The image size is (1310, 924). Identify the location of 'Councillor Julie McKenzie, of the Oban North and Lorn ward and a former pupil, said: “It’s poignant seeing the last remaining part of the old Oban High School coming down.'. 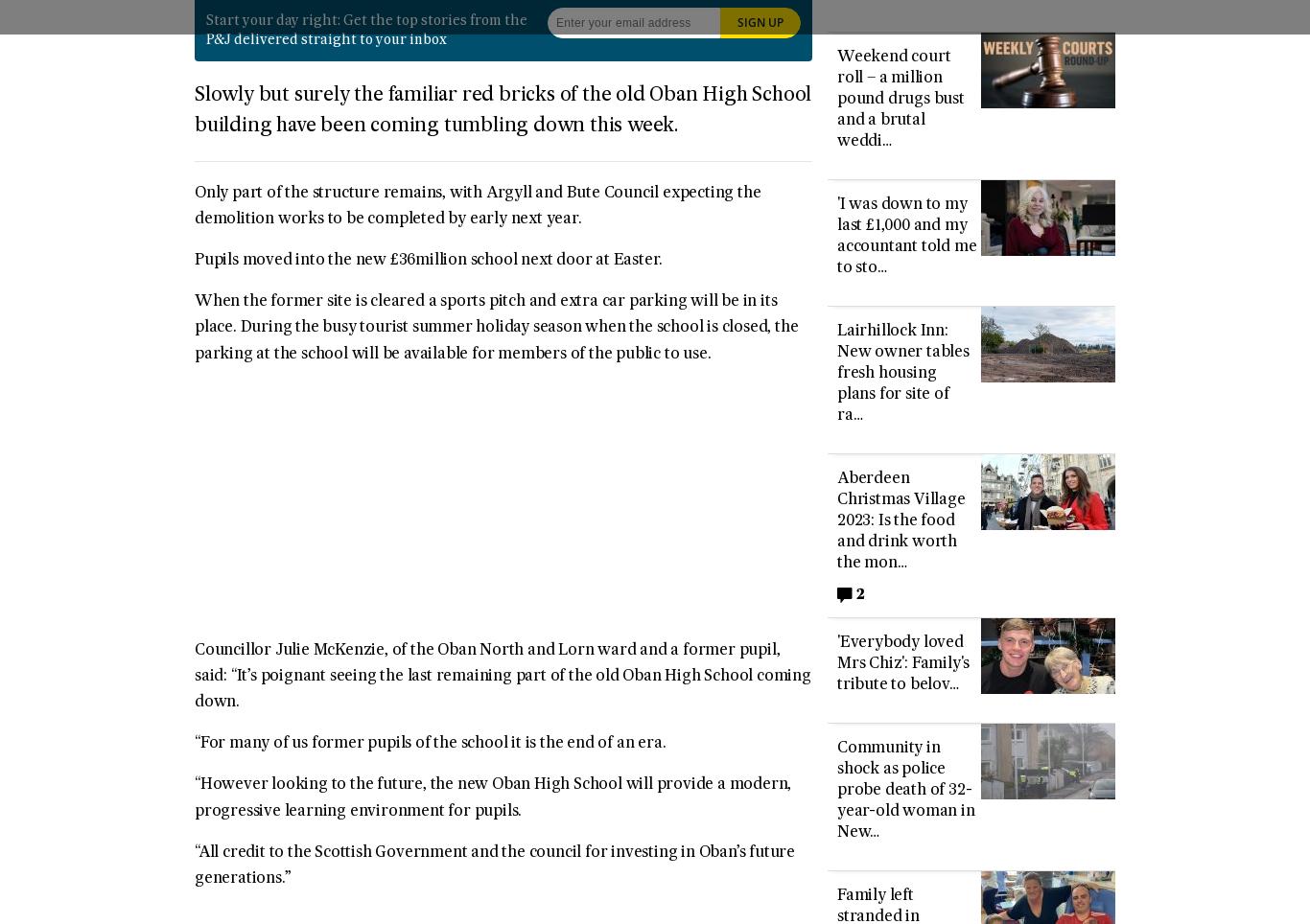
(502, 676).